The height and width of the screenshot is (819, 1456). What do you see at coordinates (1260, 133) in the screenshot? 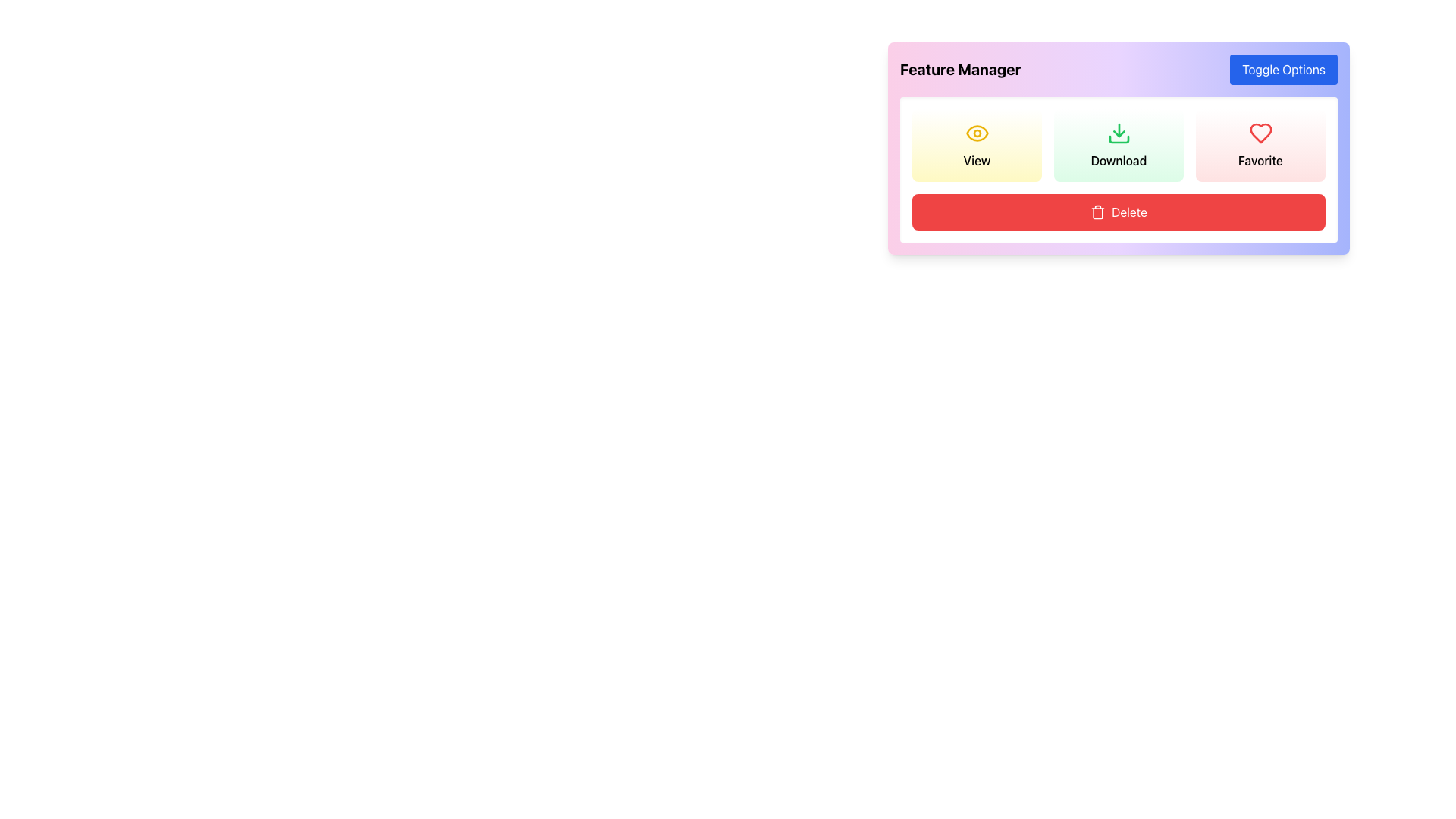
I see `the heart icon representing the 'Favorite' function` at bounding box center [1260, 133].